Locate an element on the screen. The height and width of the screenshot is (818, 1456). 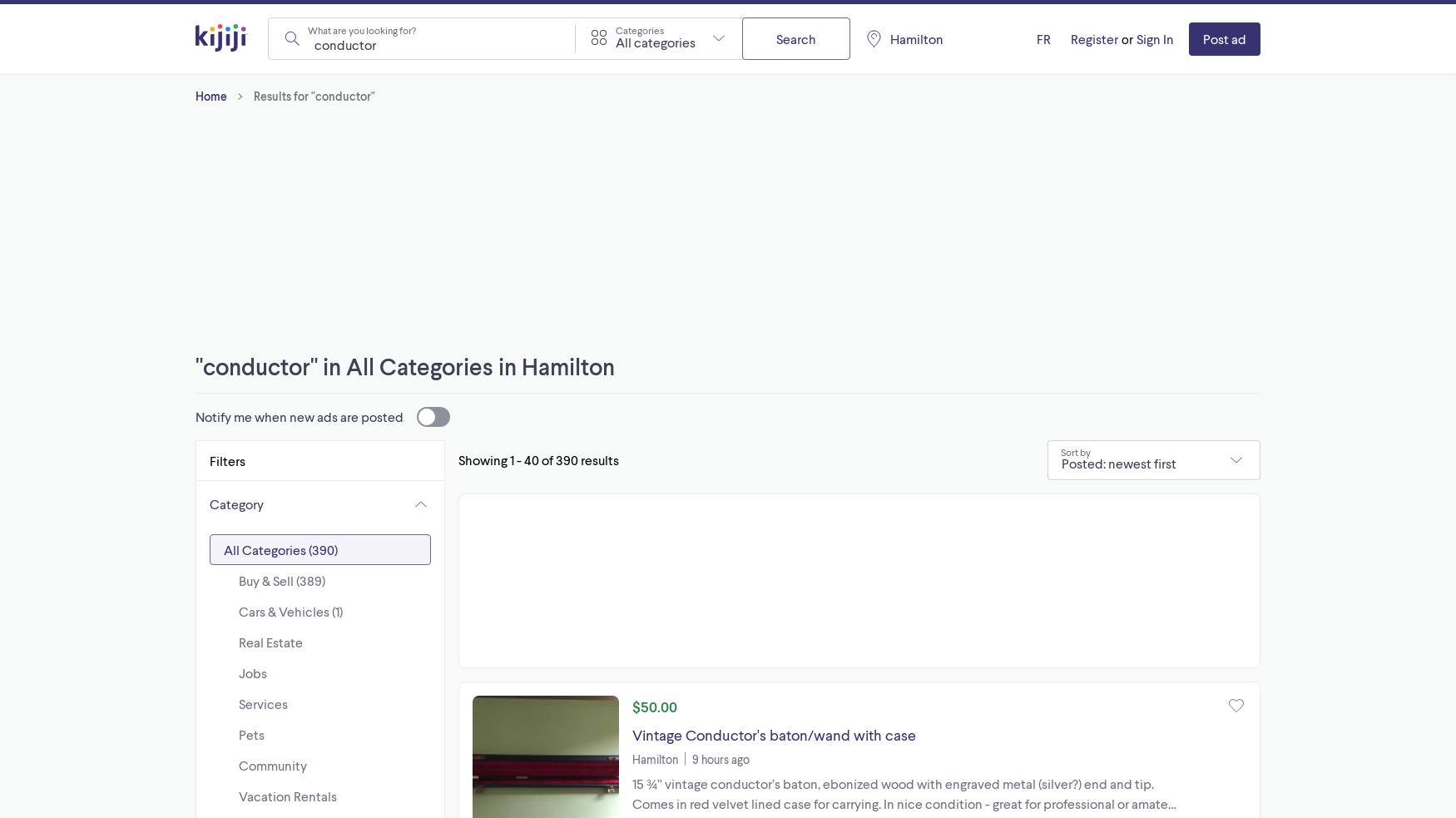
'Pets' is located at coordinates (250, 734).